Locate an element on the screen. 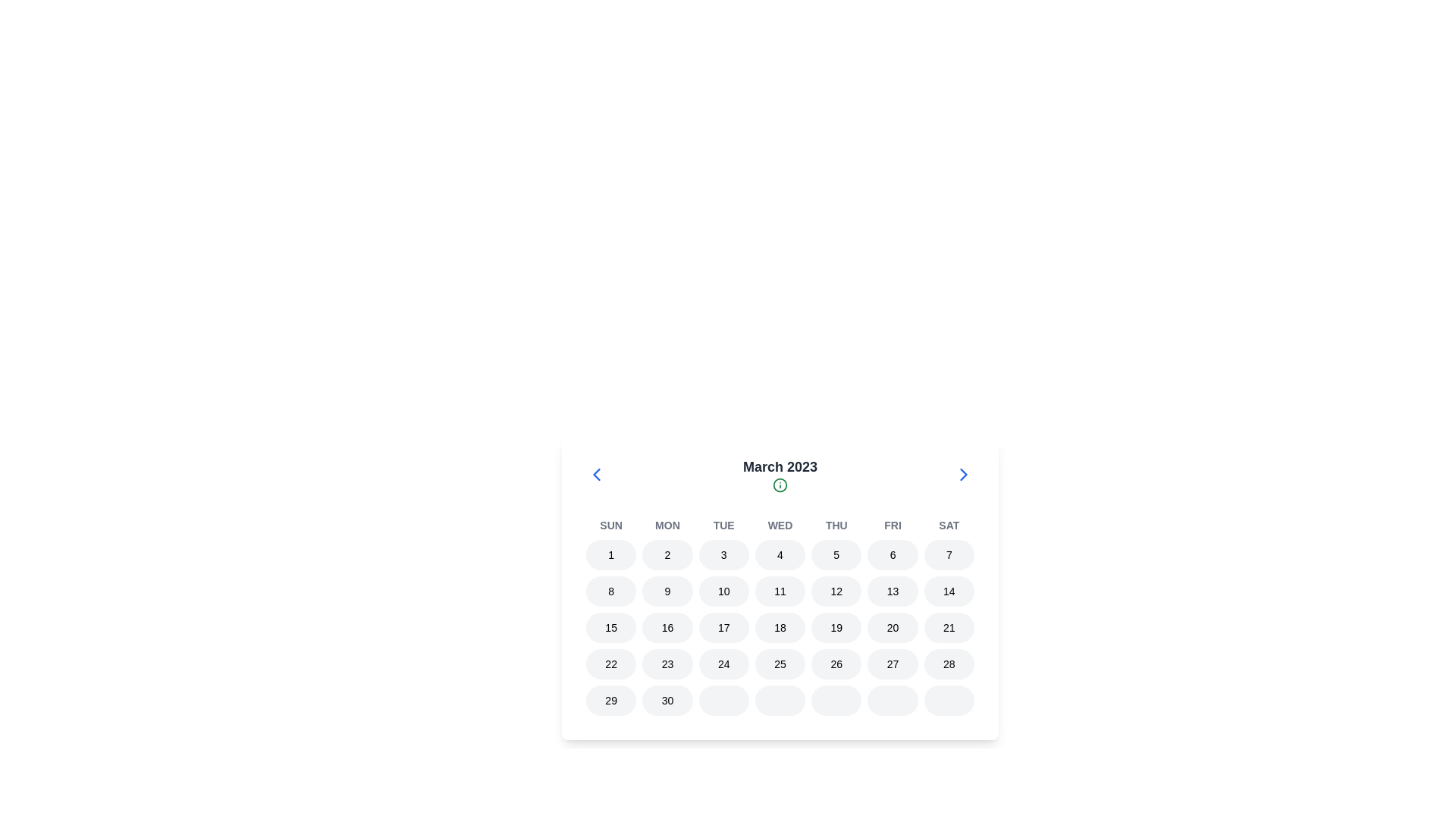 This screenshot has height=819, width=1456. the information icon located below the text 'March 2023' is located at coordinates (780, 473).